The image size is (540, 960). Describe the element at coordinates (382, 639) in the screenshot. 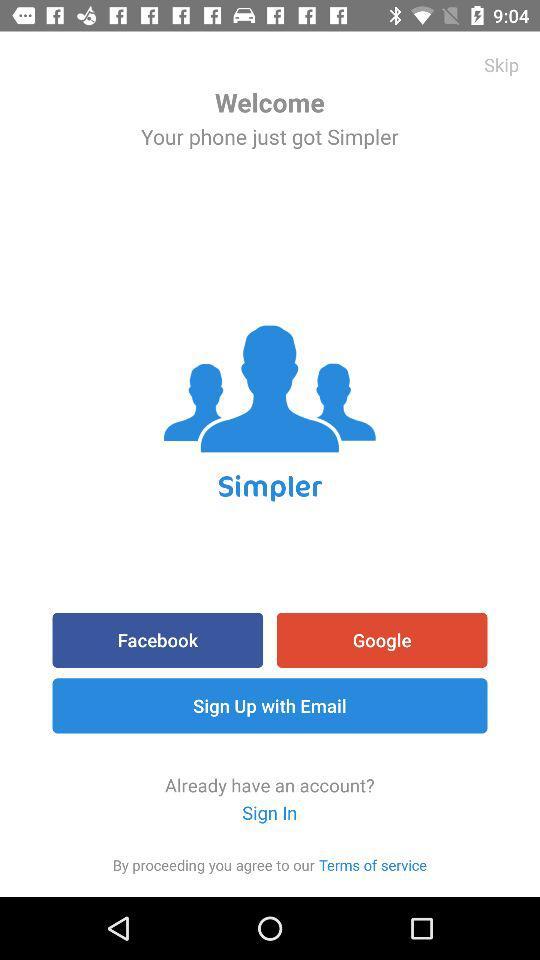

I see `google icon` at that location.